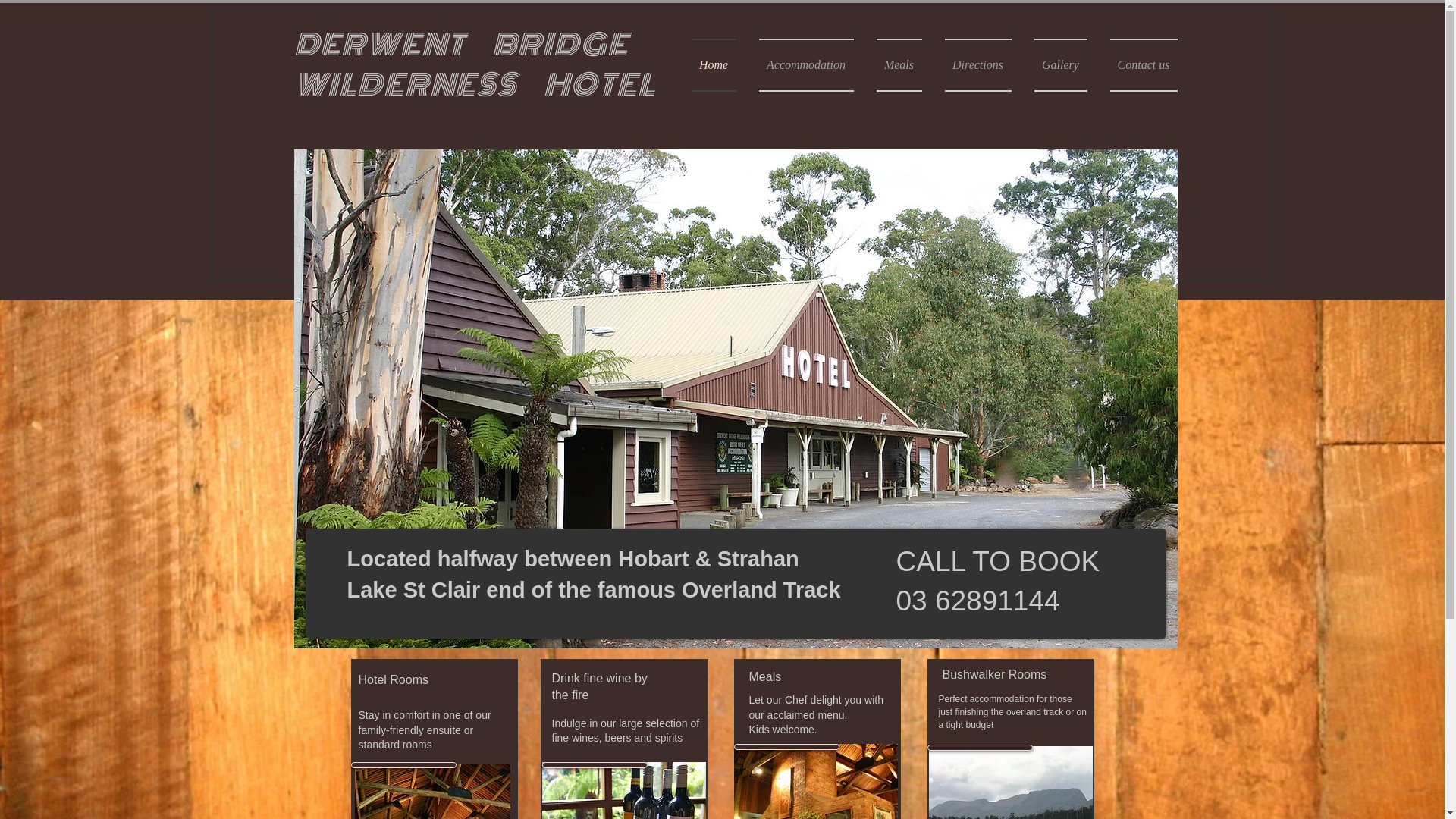 The height and width of the screenshot is (819, 1456). I want to click on 'Gallery', so click(1022, 64).